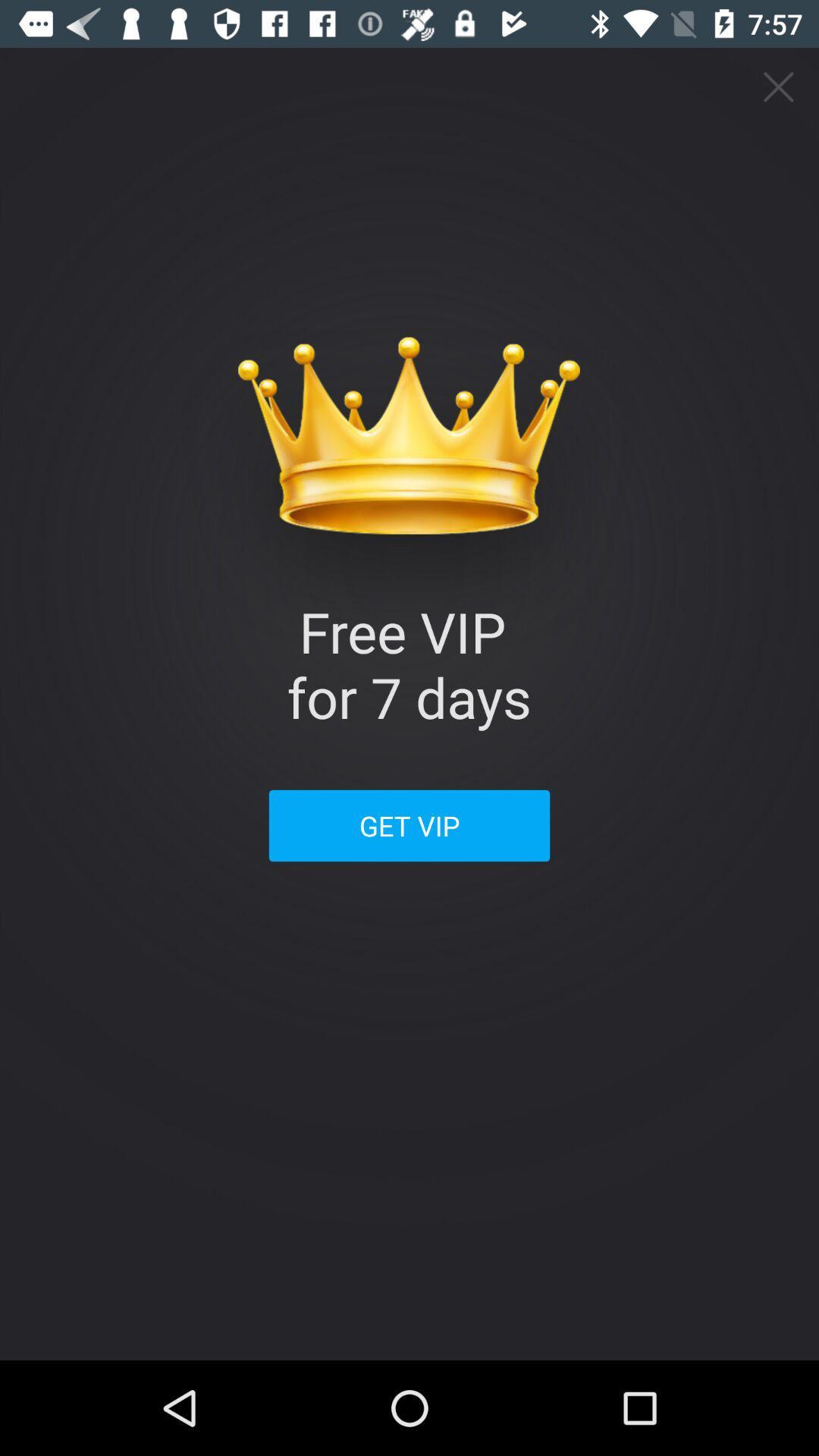 This screenshot has height=1456, width=819. Describe the element at coordinates (779, 86) in the screenshot. I see `icon at the top right corner` at that location.